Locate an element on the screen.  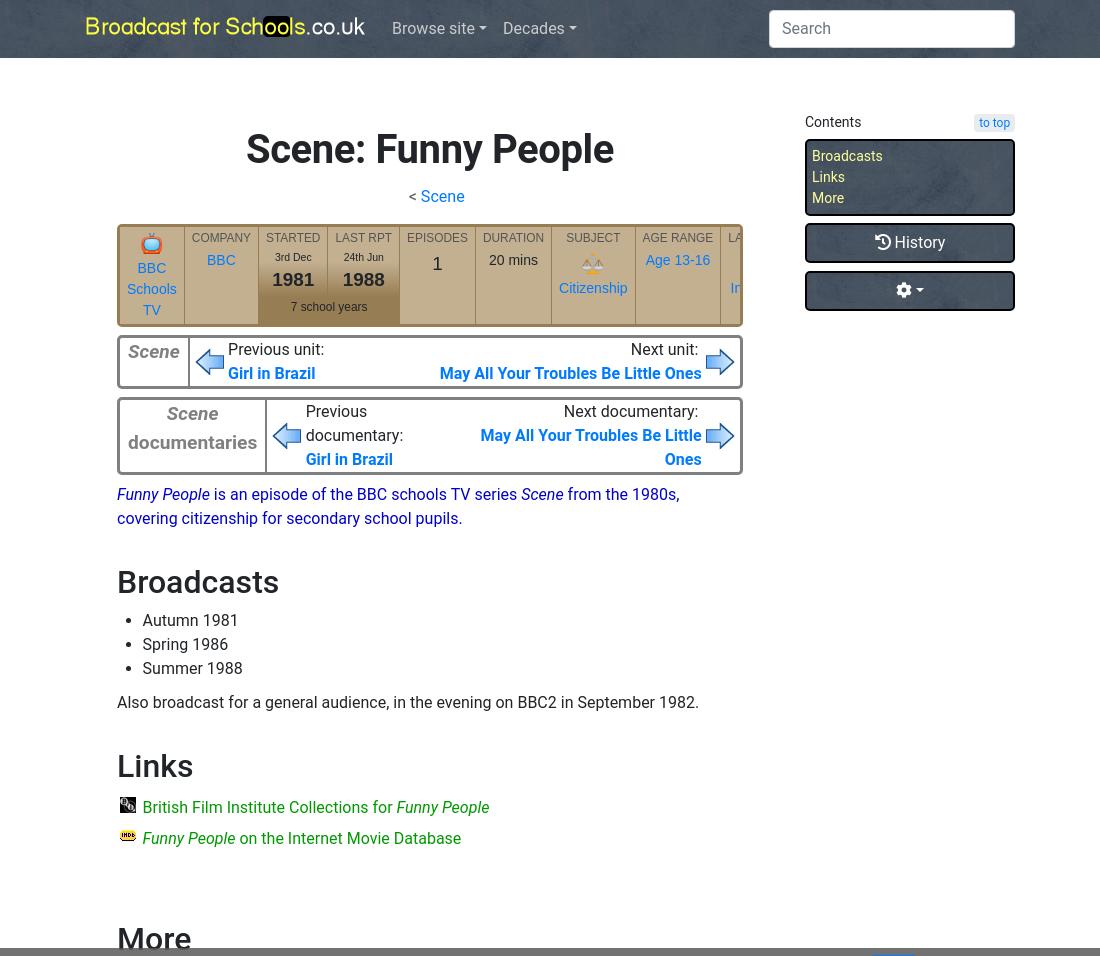
'started' is located at coordinates (292, 236).